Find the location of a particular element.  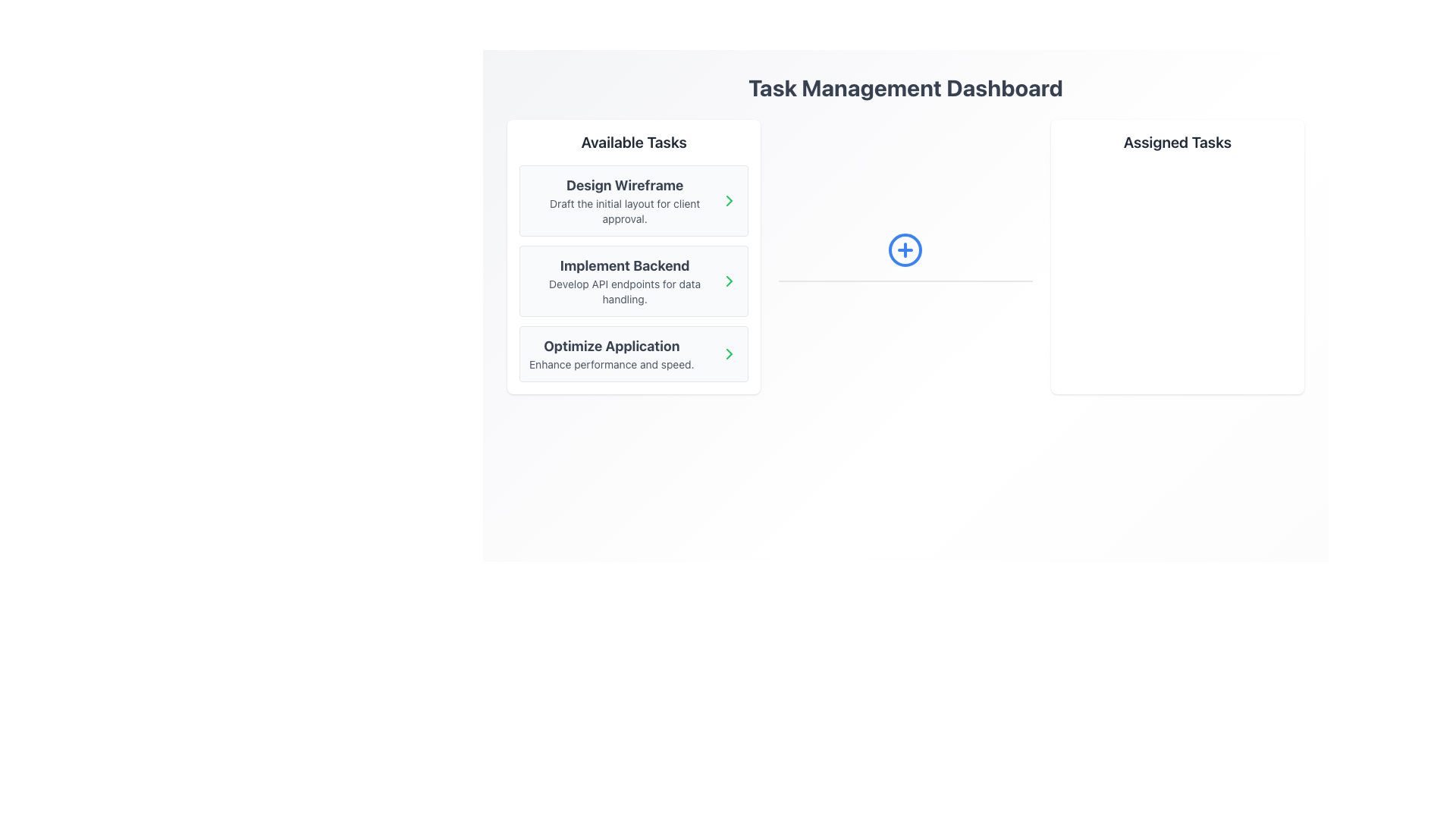

the task item labeled 'Optimize Application' in the list of available tasks, which is the third item below the header is located at coordinates (611, 353).